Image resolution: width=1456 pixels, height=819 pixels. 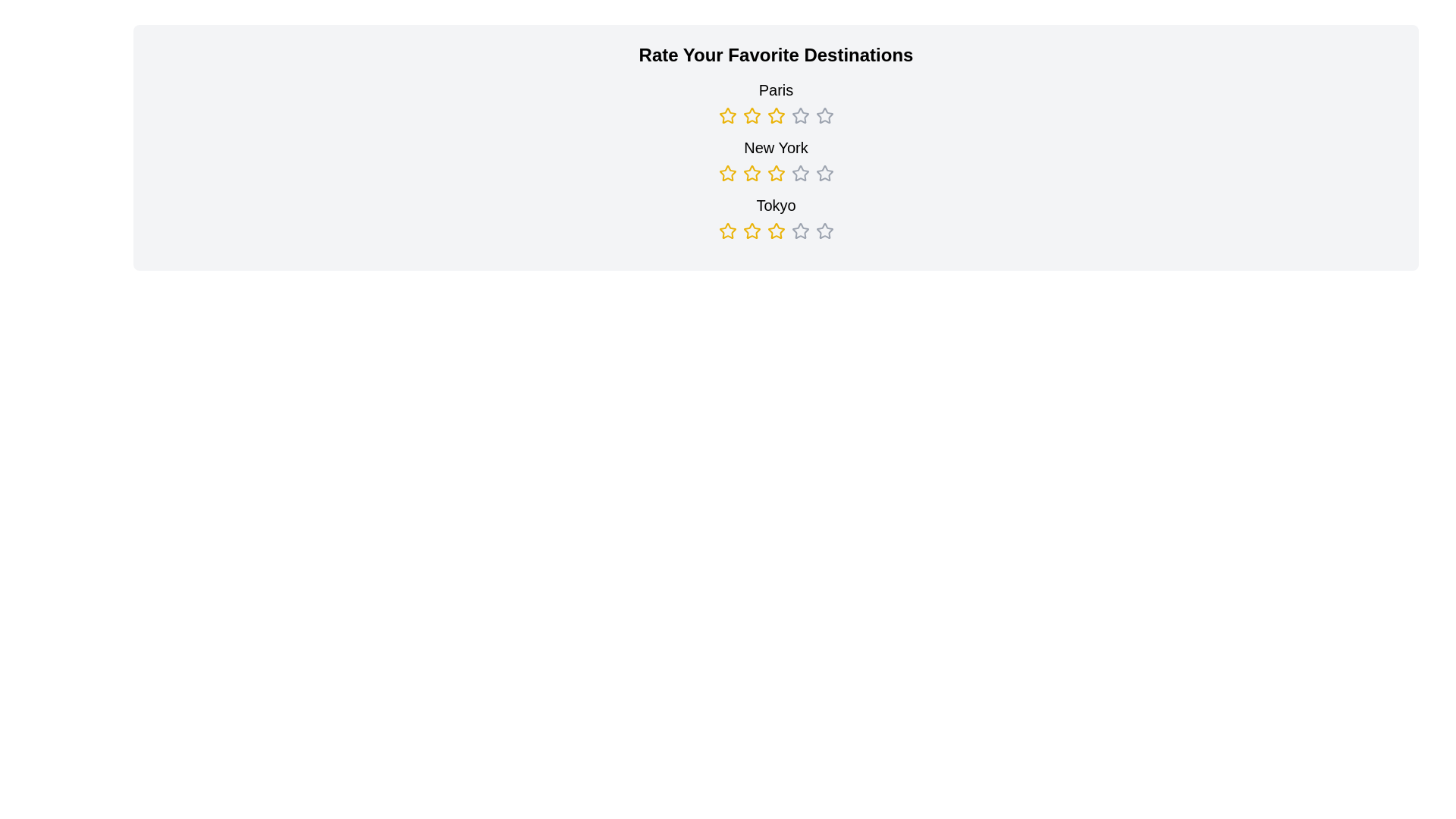 What do you see at coordinates (776, 172) in the screenshot?
I see `the second yellow star icon in the 'Rate Your Favorite Destinations' interface` at bounding box center [776, 172].